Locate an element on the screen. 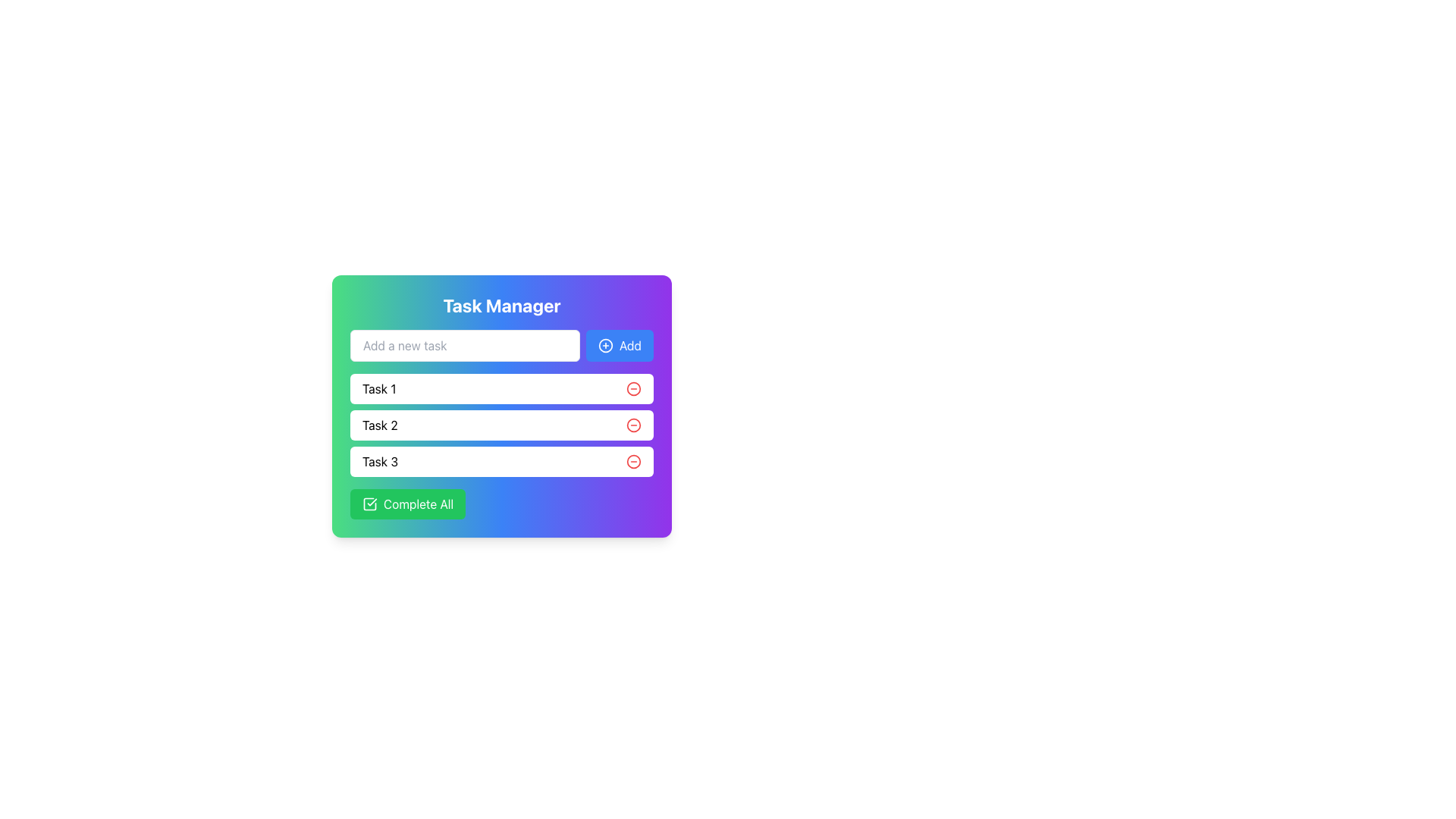 The width and height of the screenshot is (1456, 819). the blue 'Add' button with a white plus sign icon is located at coordinates (620, 345).